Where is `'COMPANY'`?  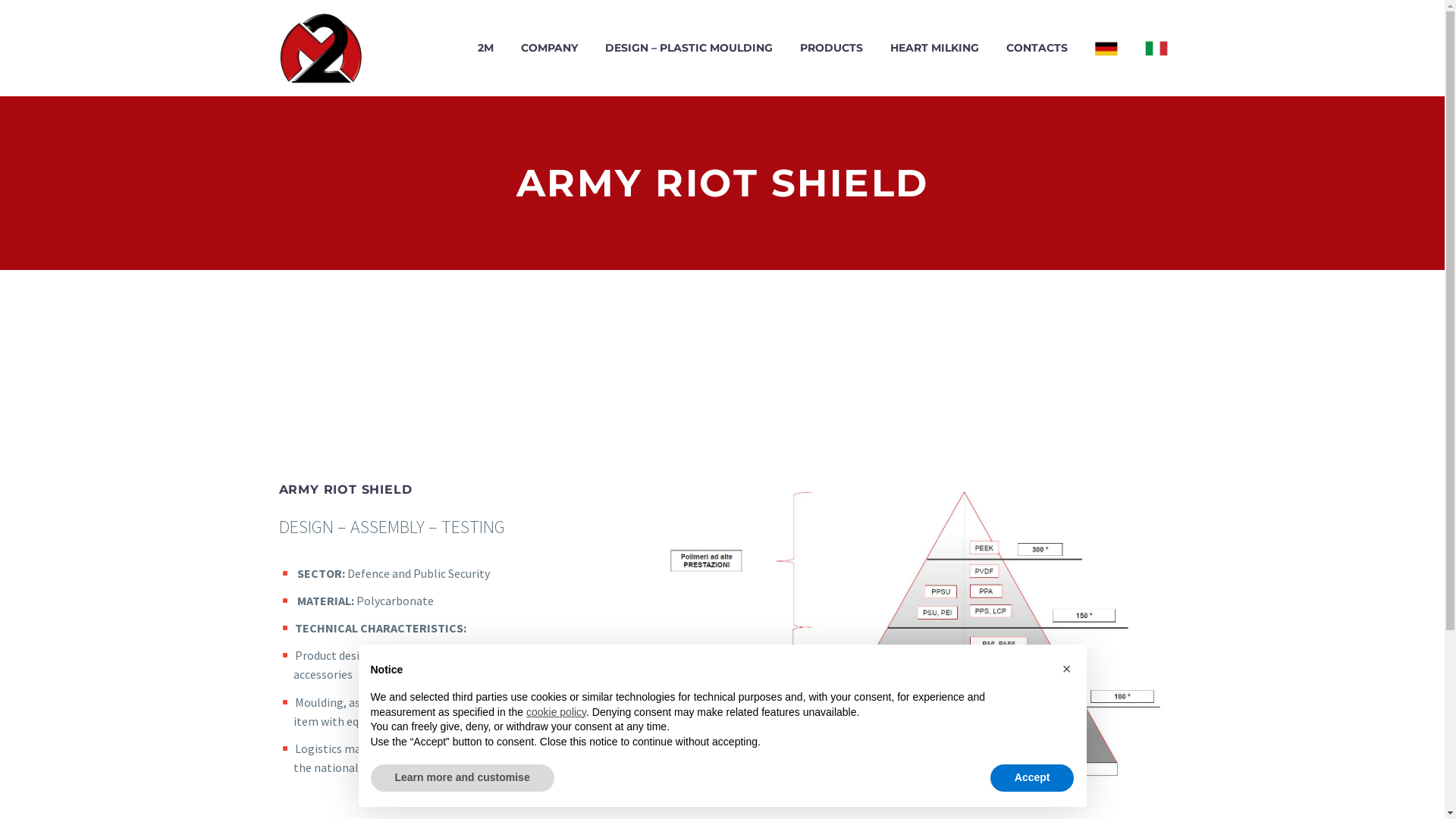 'COMPANY' is located at coordinates (548, 47).